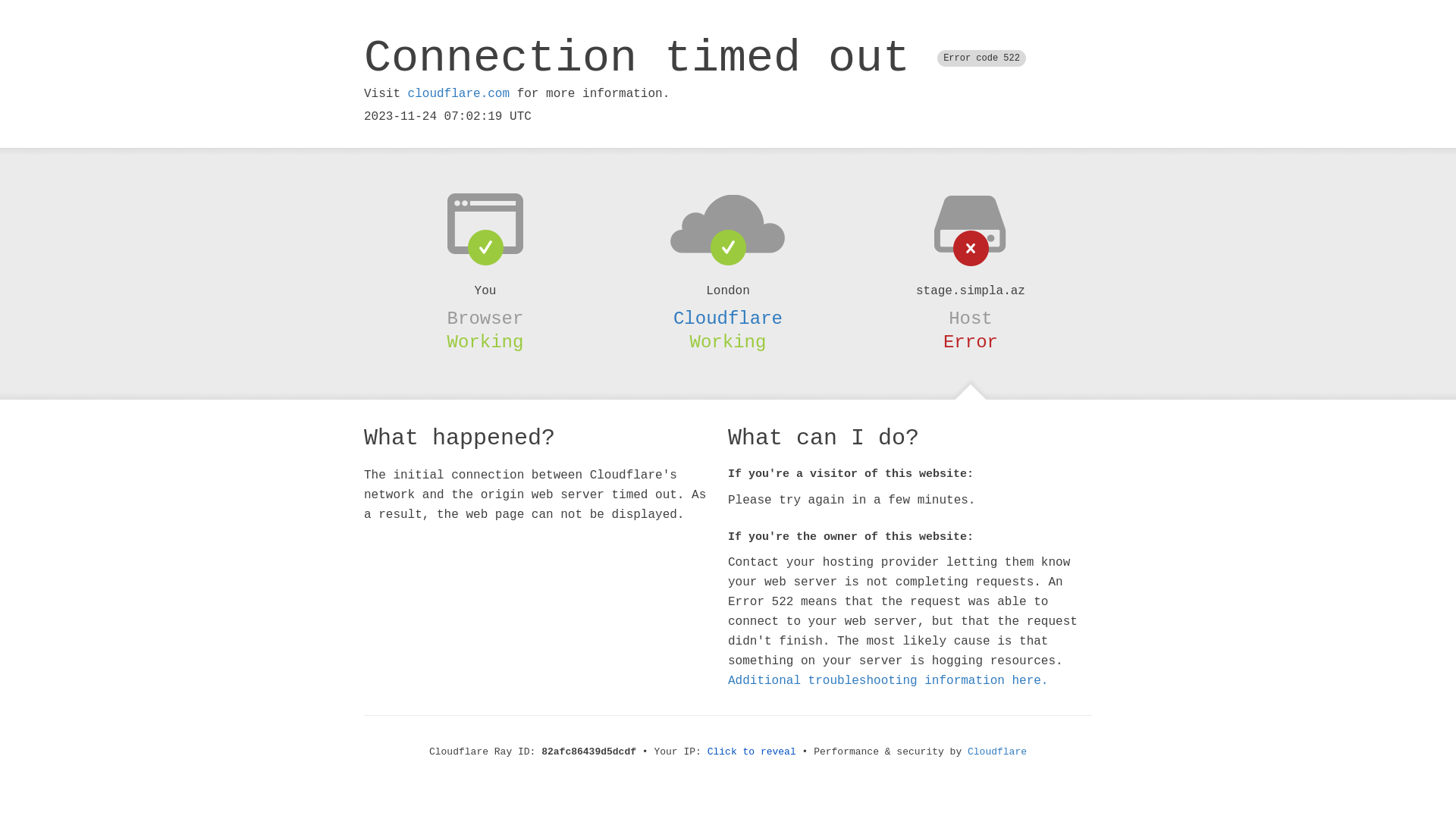  Describe the element at coordinates (728, 318) in the screenshot. I see `'Cloudflare'` at that location.